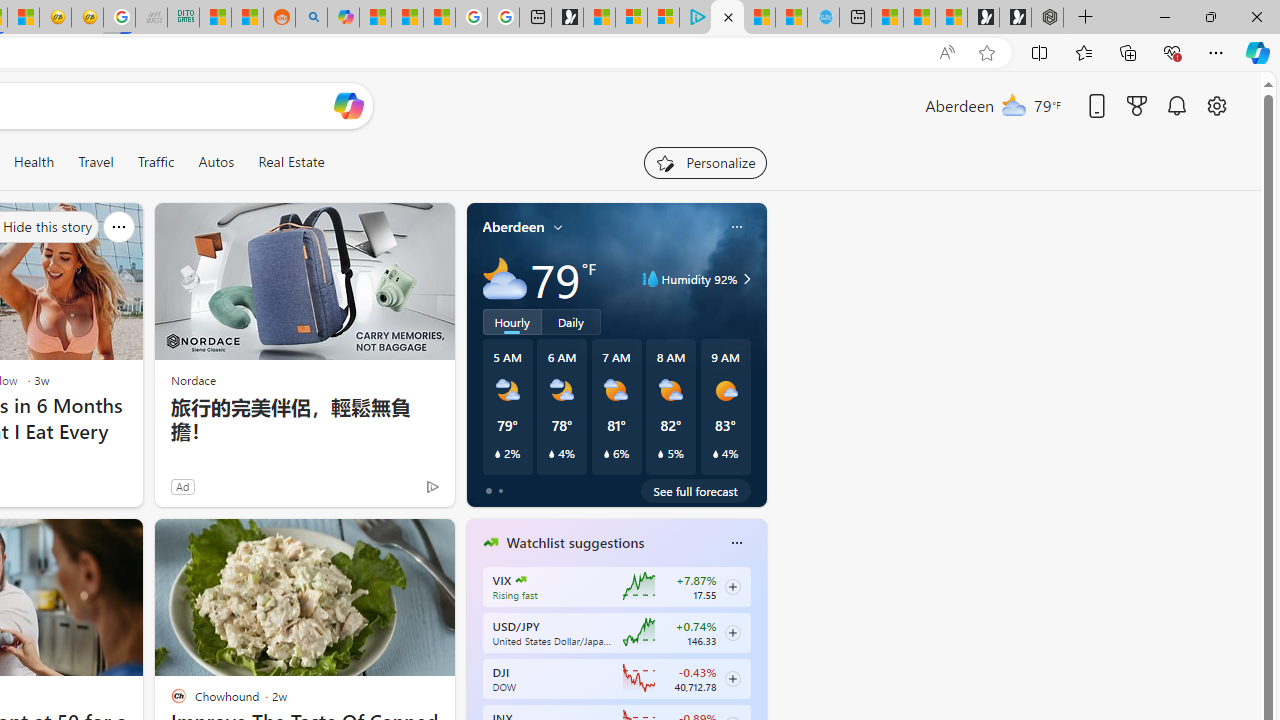  What do you see at coordinates (512, 320) in the screenshot?
I see `'Hourly'` at bounding box center [512, 320].